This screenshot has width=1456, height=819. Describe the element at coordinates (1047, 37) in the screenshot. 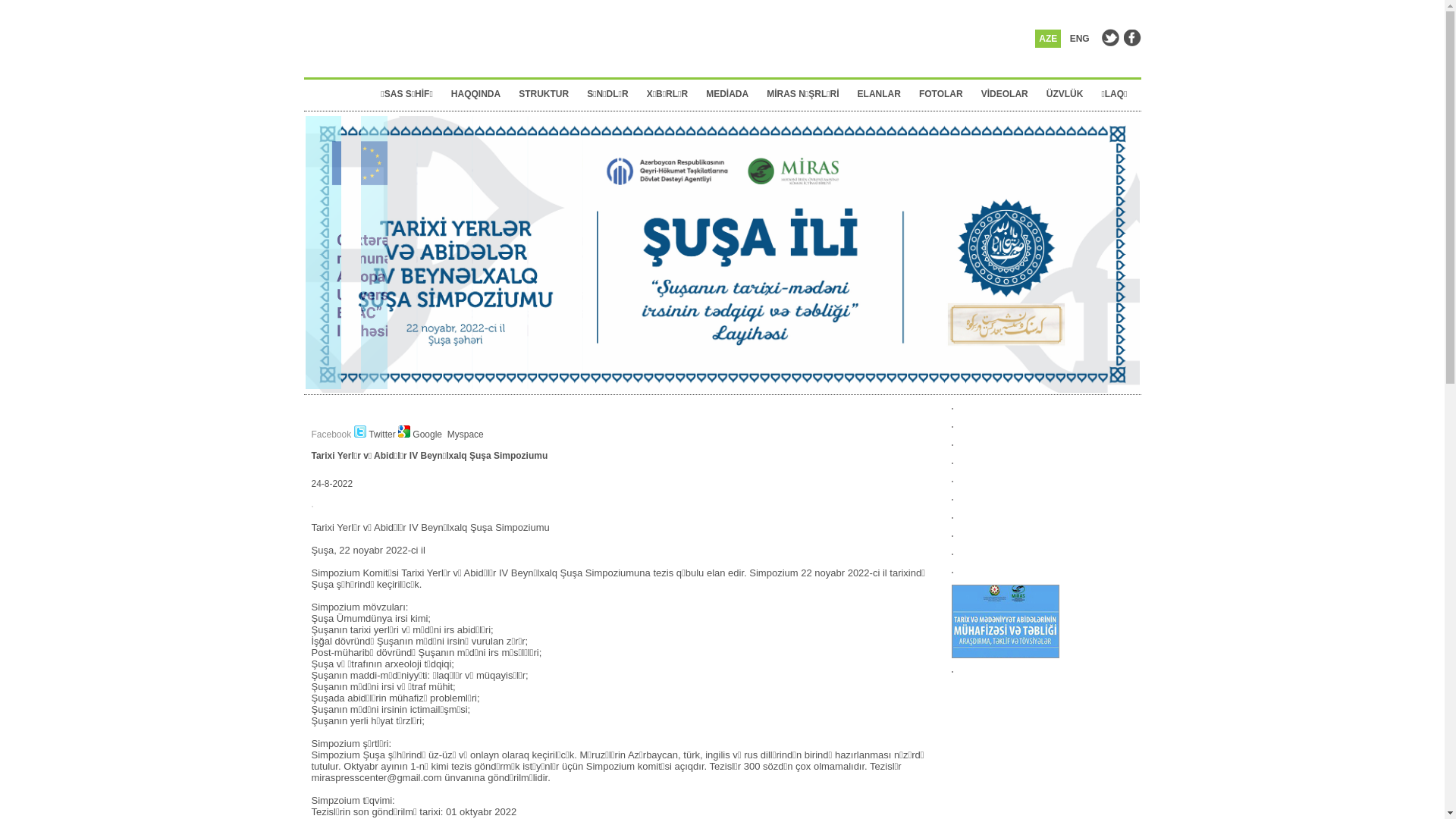

I see `'AZE'` at that location.